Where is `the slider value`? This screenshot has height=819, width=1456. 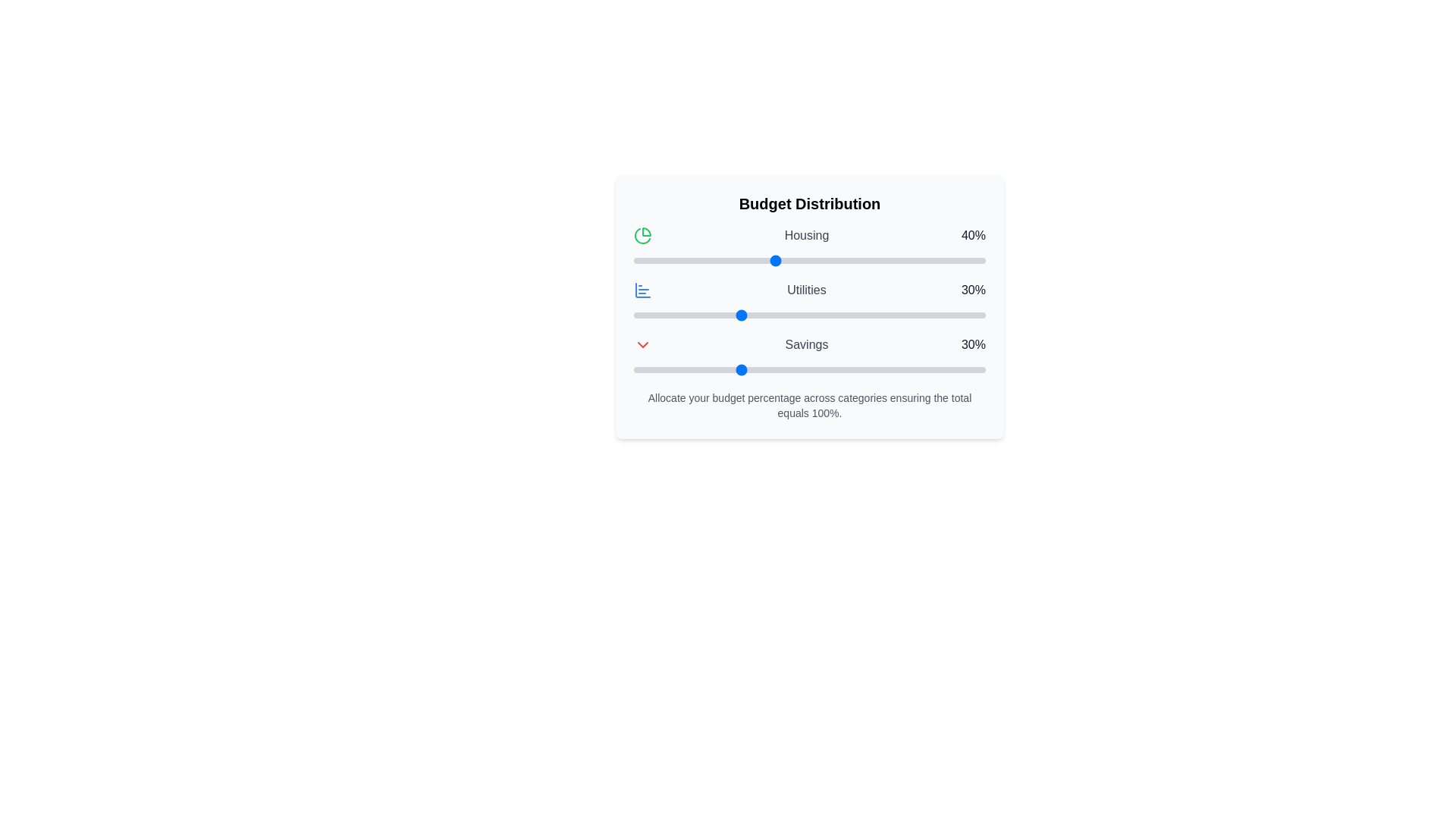 the slider value is located at coordinates (757, 315).